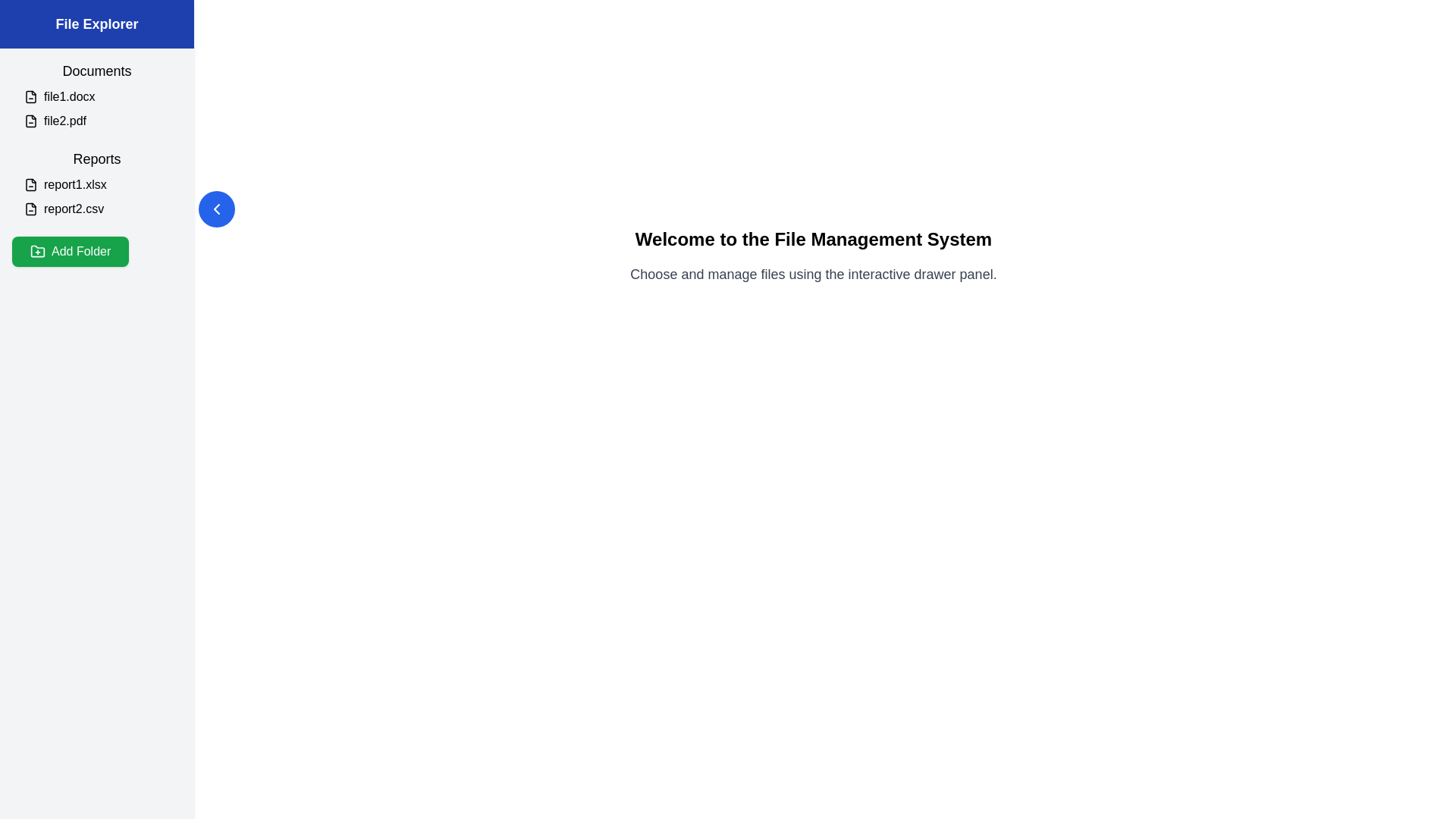  Describe the element at coordinates (31, 209) in the screenshot. I see `the decorative file icon representing 'report2.csv' located in the 'Reports' section of the sidebar, which is the first visual component to the left of the file name` at that location.